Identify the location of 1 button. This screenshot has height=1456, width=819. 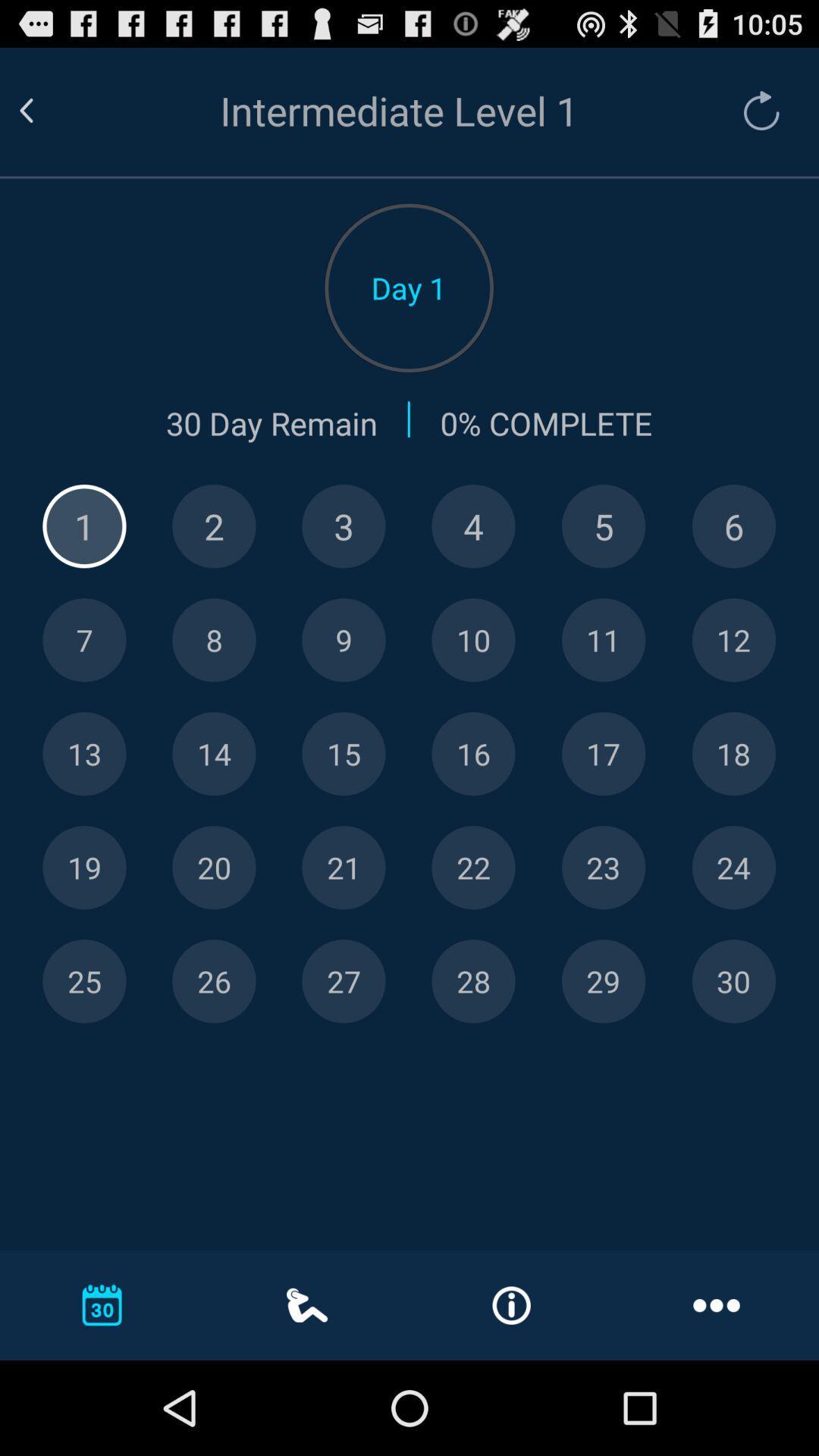
(84, 526).